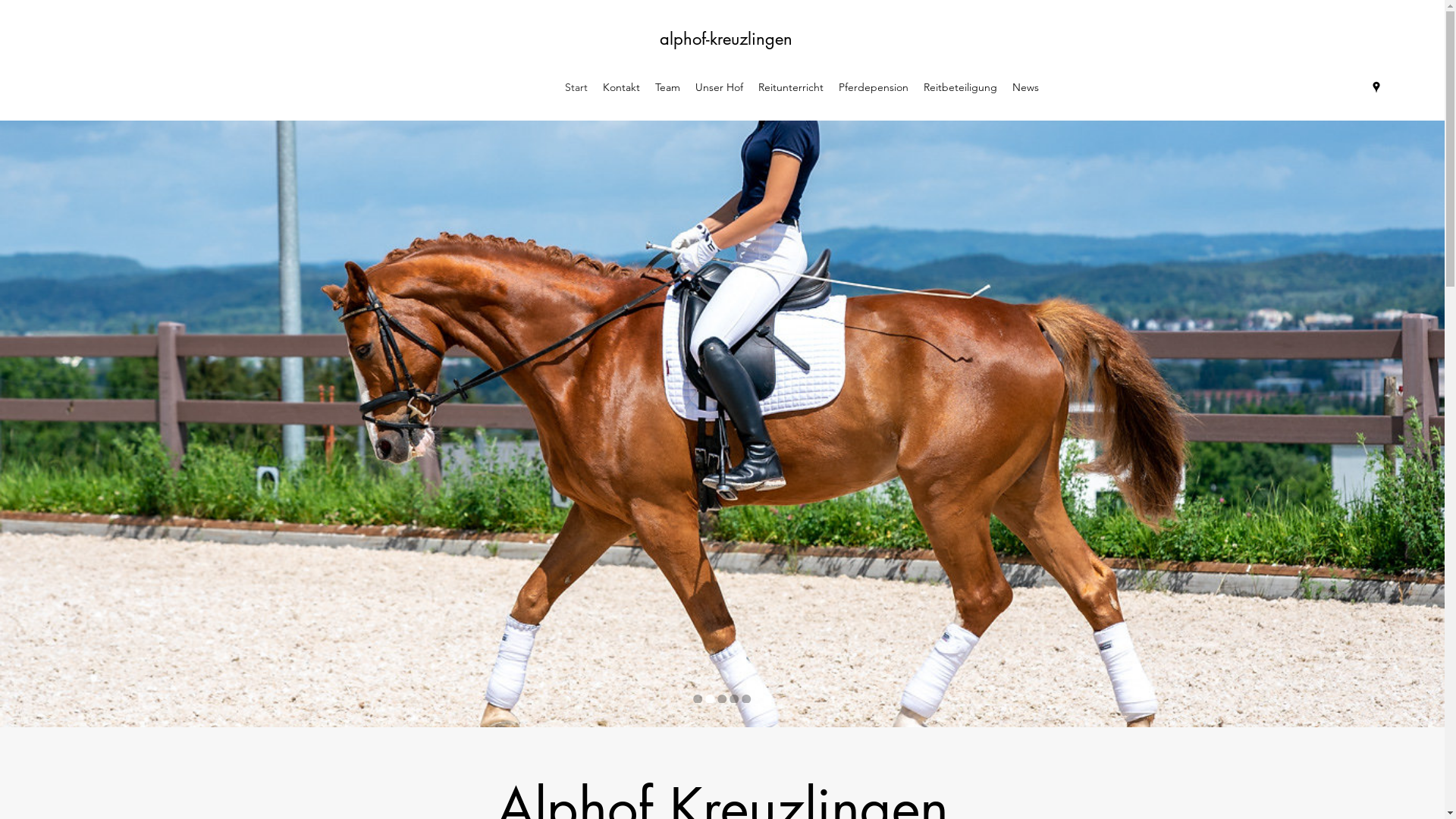 This screenshot has height=819, width=1456. I want to click on 'Start', so click(575, 87).